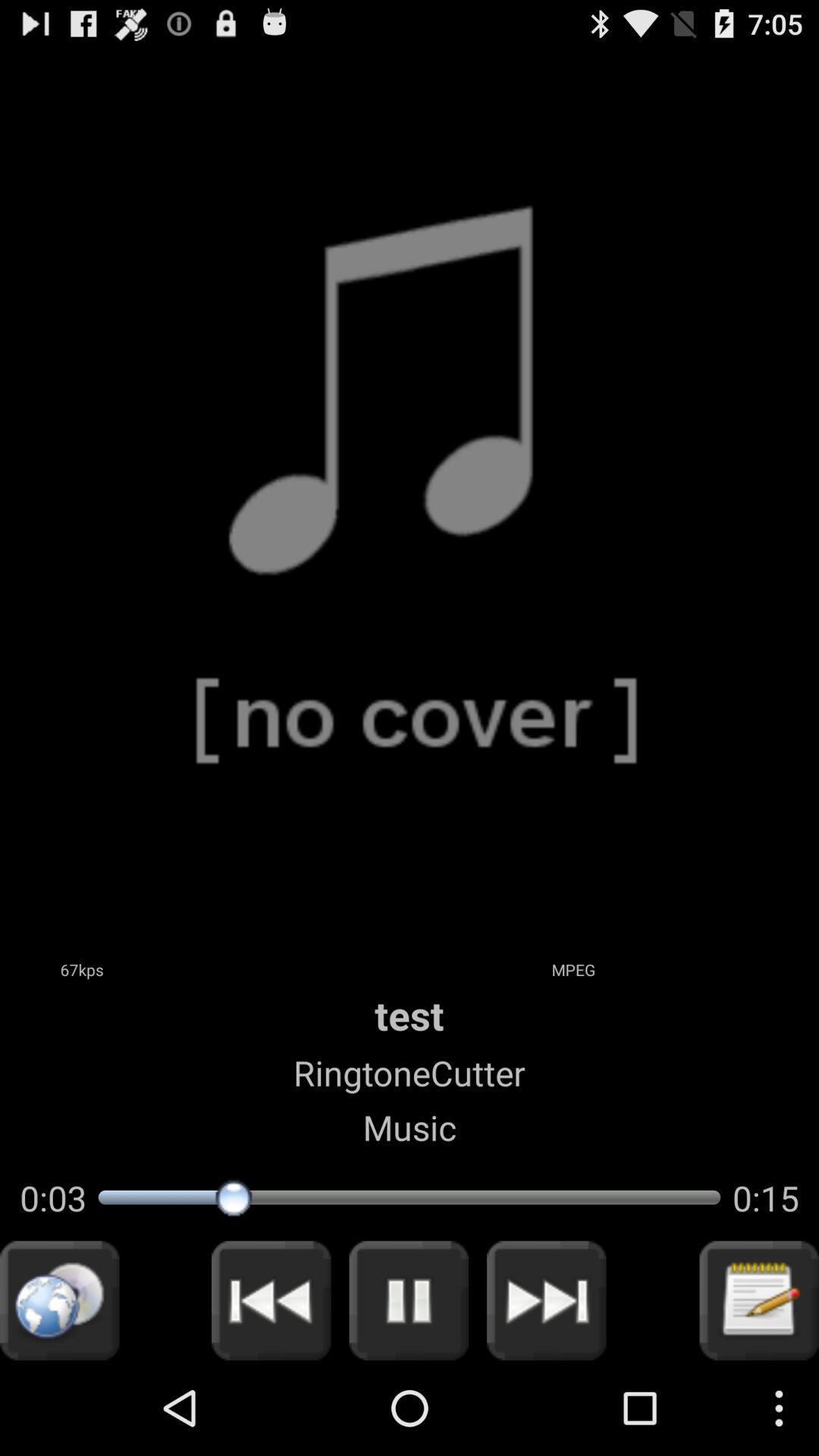 The height and width of the screenshot is (1456, 819). Describe the element at coordinates (270, 1392) in the screenshot. I see `the av_rewind icon` at that location.